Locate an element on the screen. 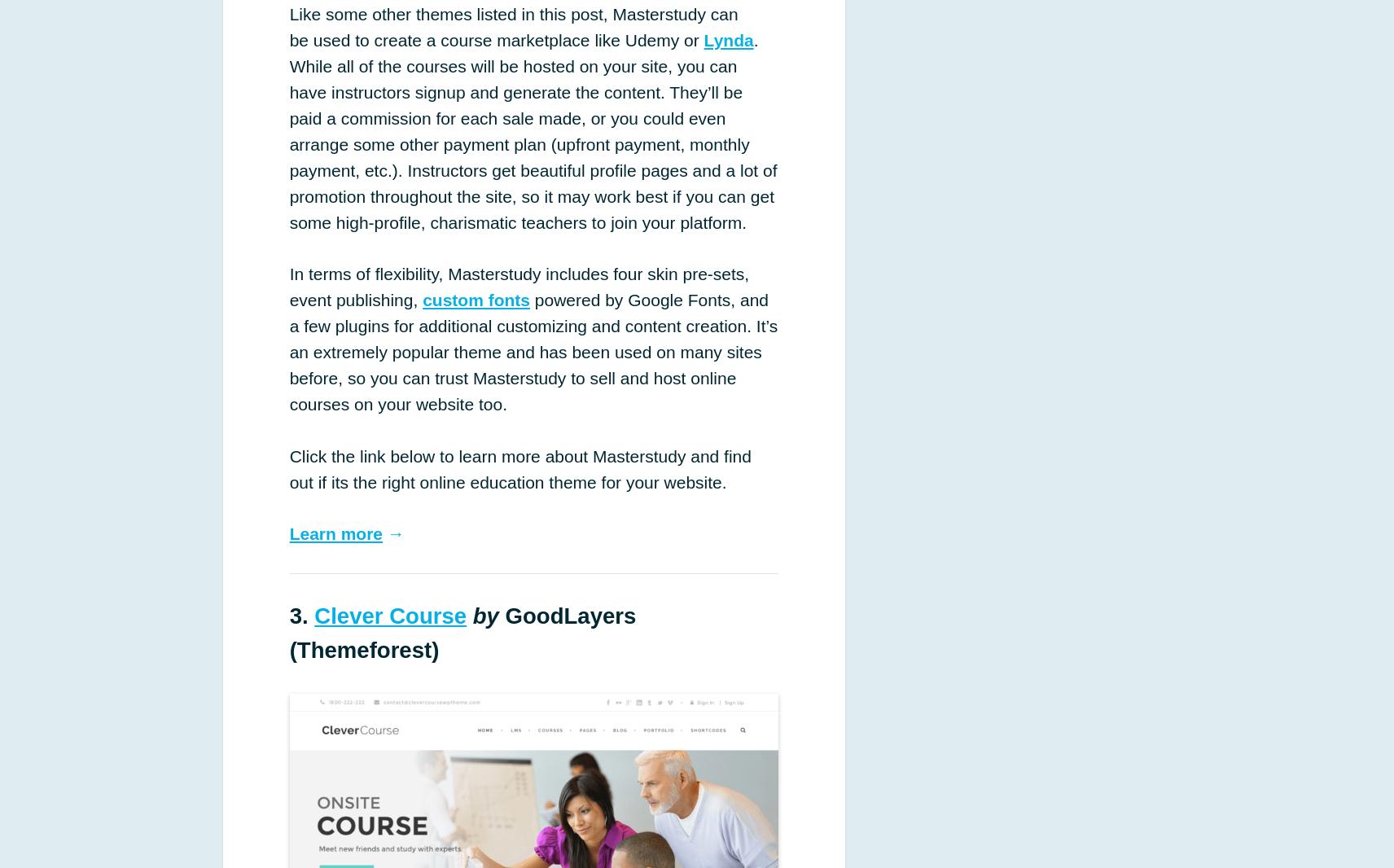 This screenshot has height=868, width=1394. 'by' is located at coordinates (484, 615).